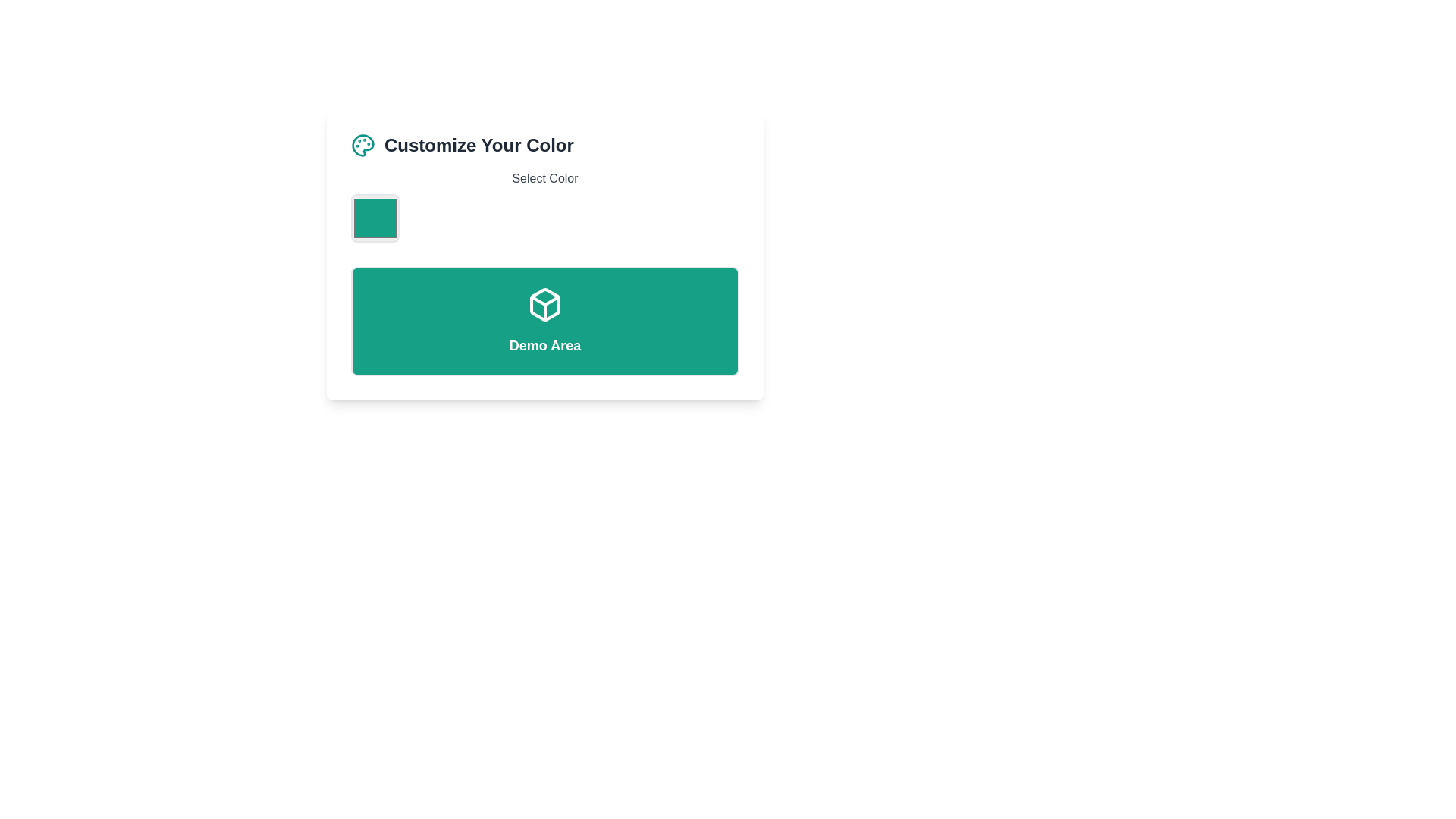 Image resolution: width=1456 pixels, height=819 pixels. Describe the element at coordinates (375, 218) in the screenshot. I see `the Color picker input element` at that location.